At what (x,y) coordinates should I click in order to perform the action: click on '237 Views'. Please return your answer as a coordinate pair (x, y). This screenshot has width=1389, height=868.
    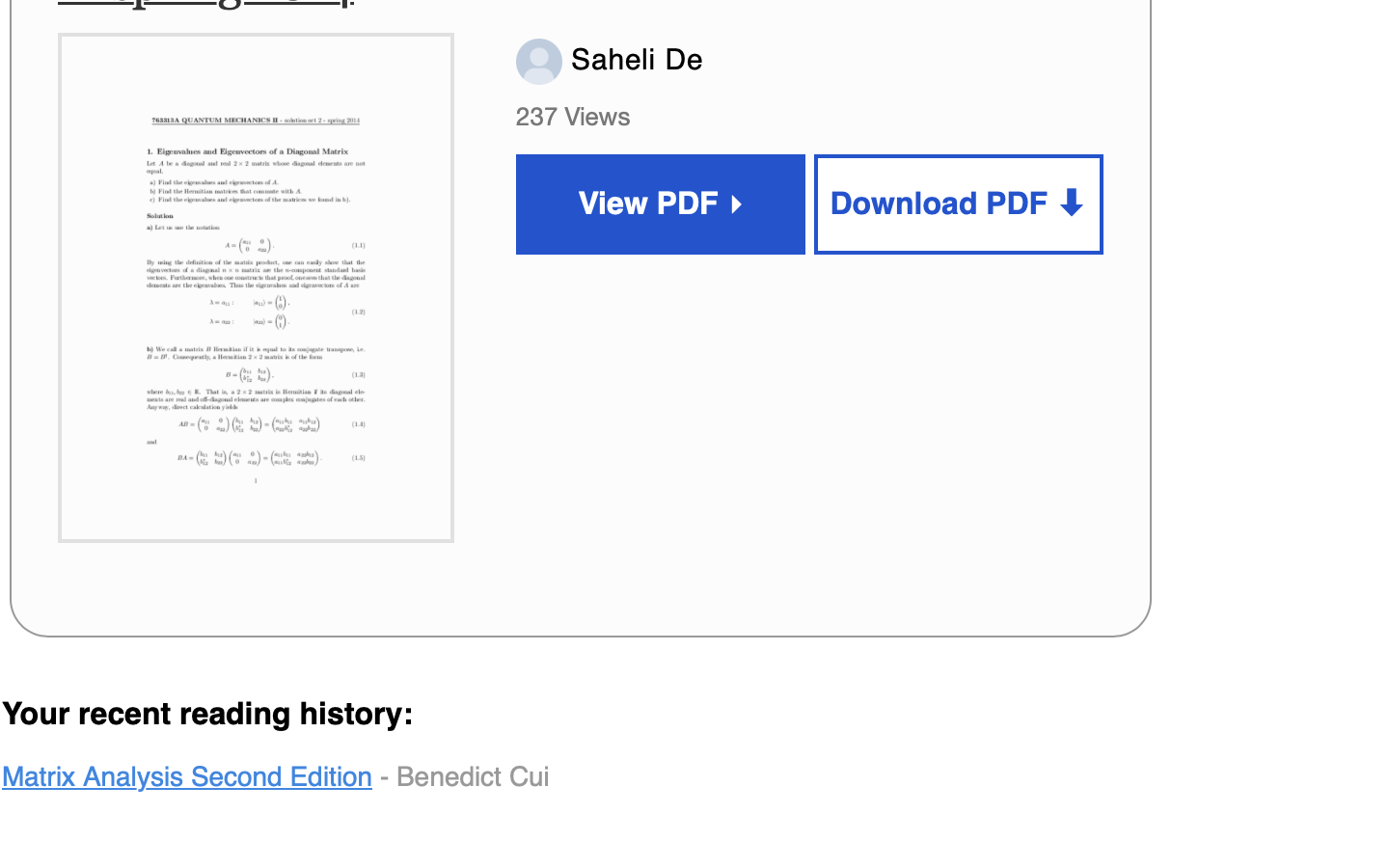
    Looking at the image, I should click on (577, 116).